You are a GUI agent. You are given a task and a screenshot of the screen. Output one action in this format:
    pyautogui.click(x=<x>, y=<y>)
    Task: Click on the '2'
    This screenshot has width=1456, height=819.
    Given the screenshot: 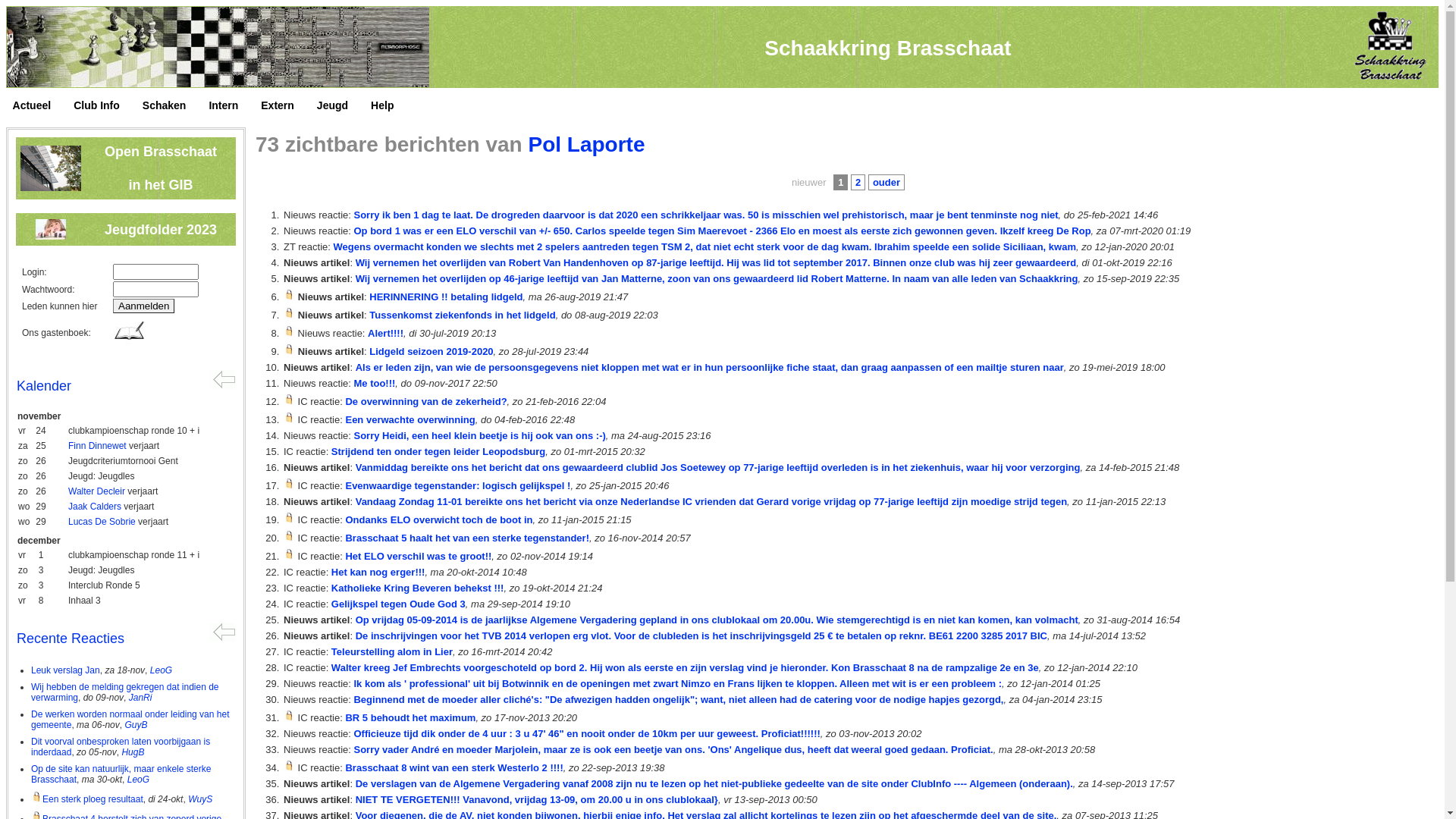 What is the action you would take?
    pyautogui.click(x=858, y=181)
    